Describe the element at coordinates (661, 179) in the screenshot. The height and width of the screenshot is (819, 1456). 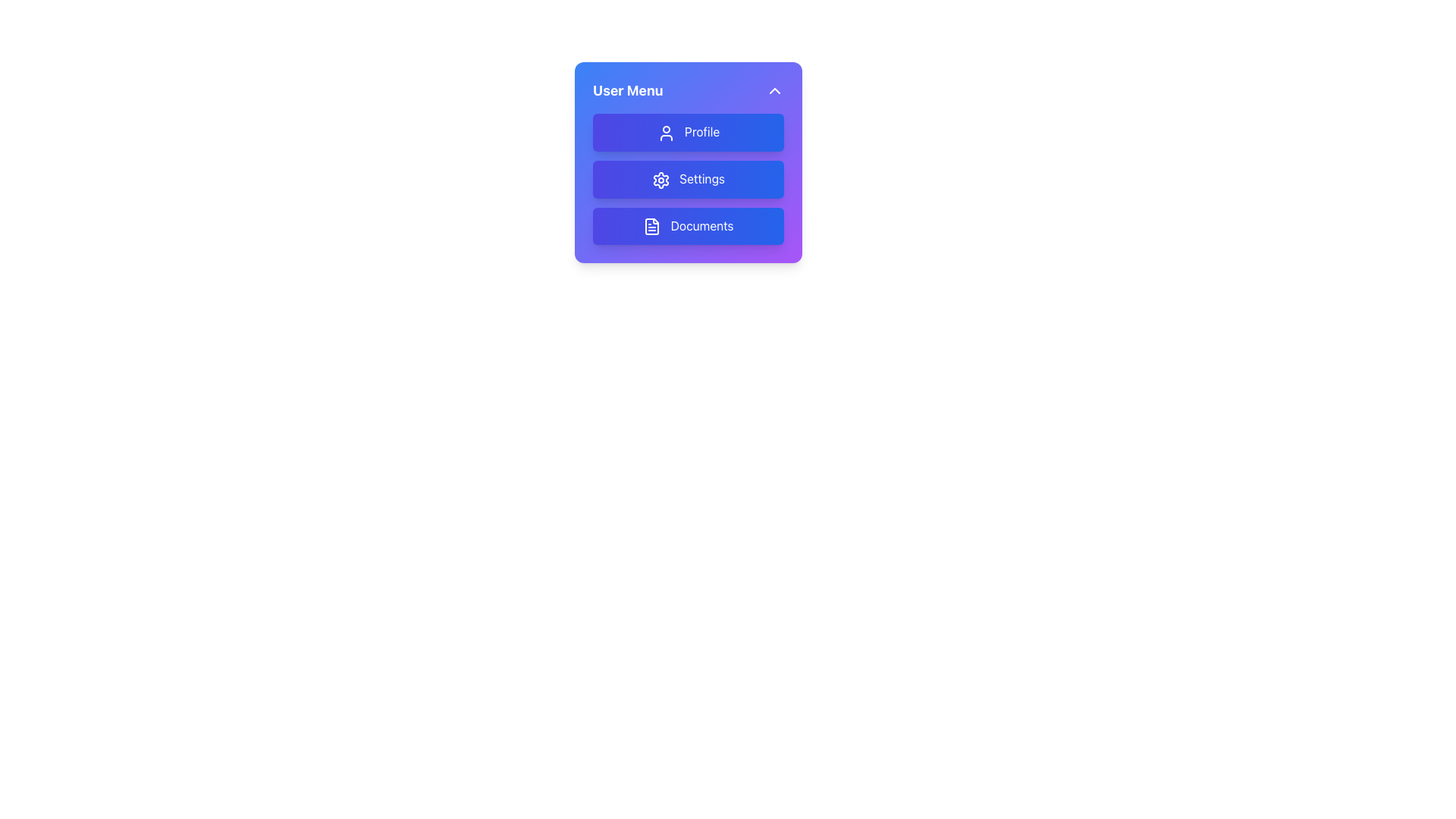
I see `the gear-like icon, which is the central icon of three options in the 'Settings' vertical menu` at that location.